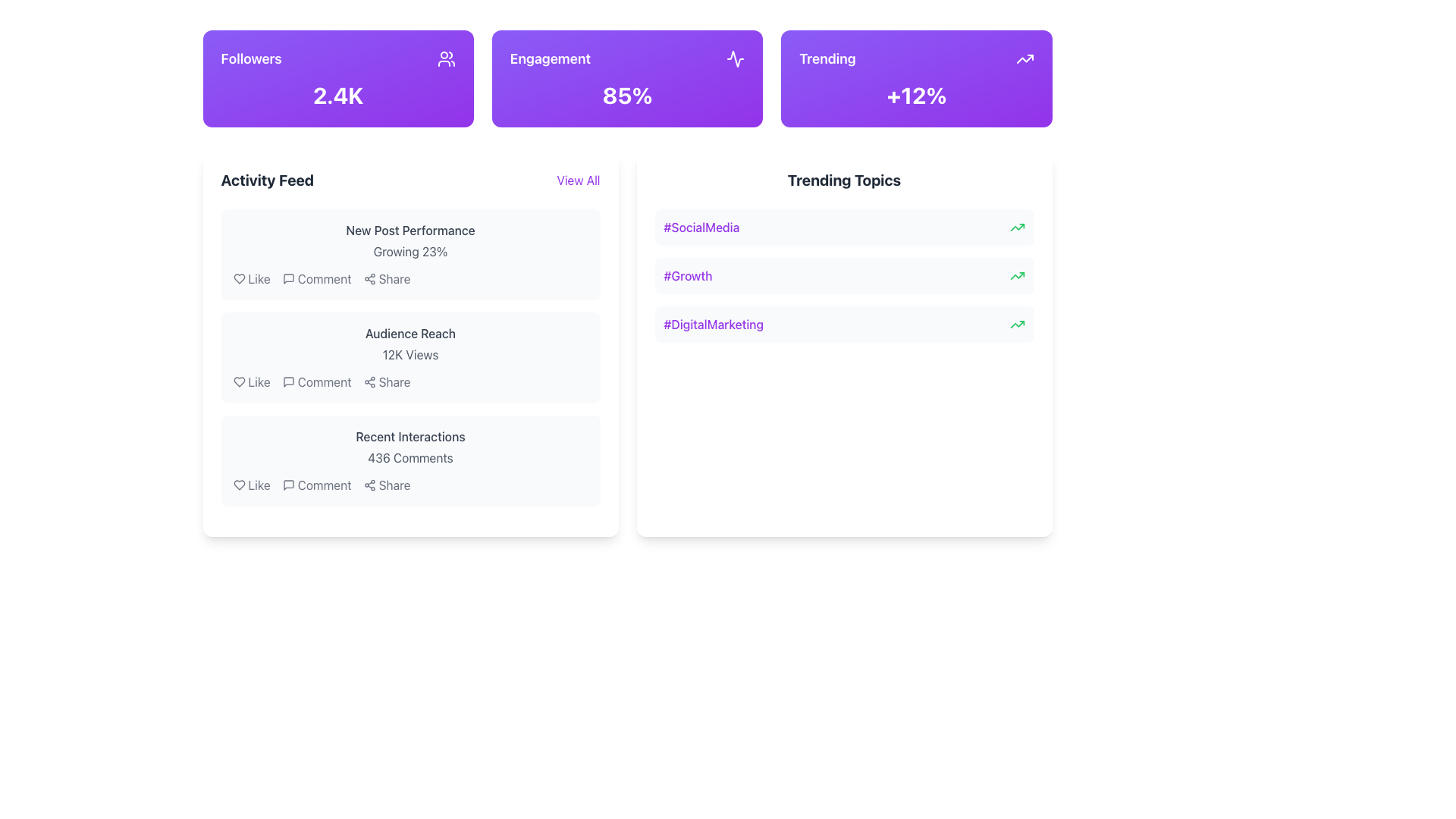 This screenshot has width=1456, height=819. I want to click on the 'Like' text label/button located in the 'Activity Feed' section, adjacent to the heart-shaped icon, which is the first interactive option in the group that includes 'Comment' and 'Share', so click(259, 278).